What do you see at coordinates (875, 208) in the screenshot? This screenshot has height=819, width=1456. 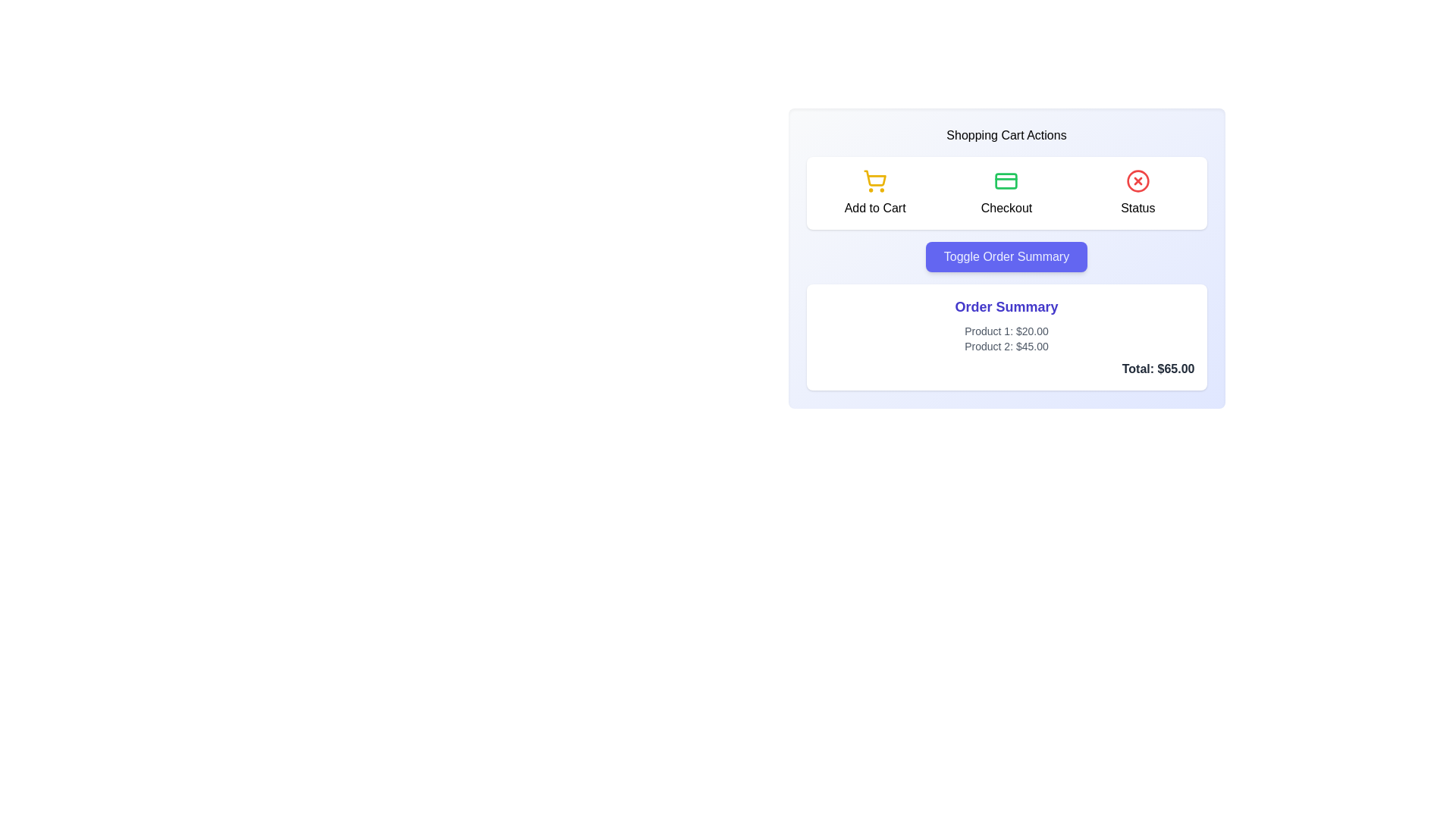 I see `the 'Add to Cart' text label, which is positioned below the shopping cart icon in the leftmost part of the row containing 'Checkout' and 'Status' buttons` at bounding box center [875, 208].